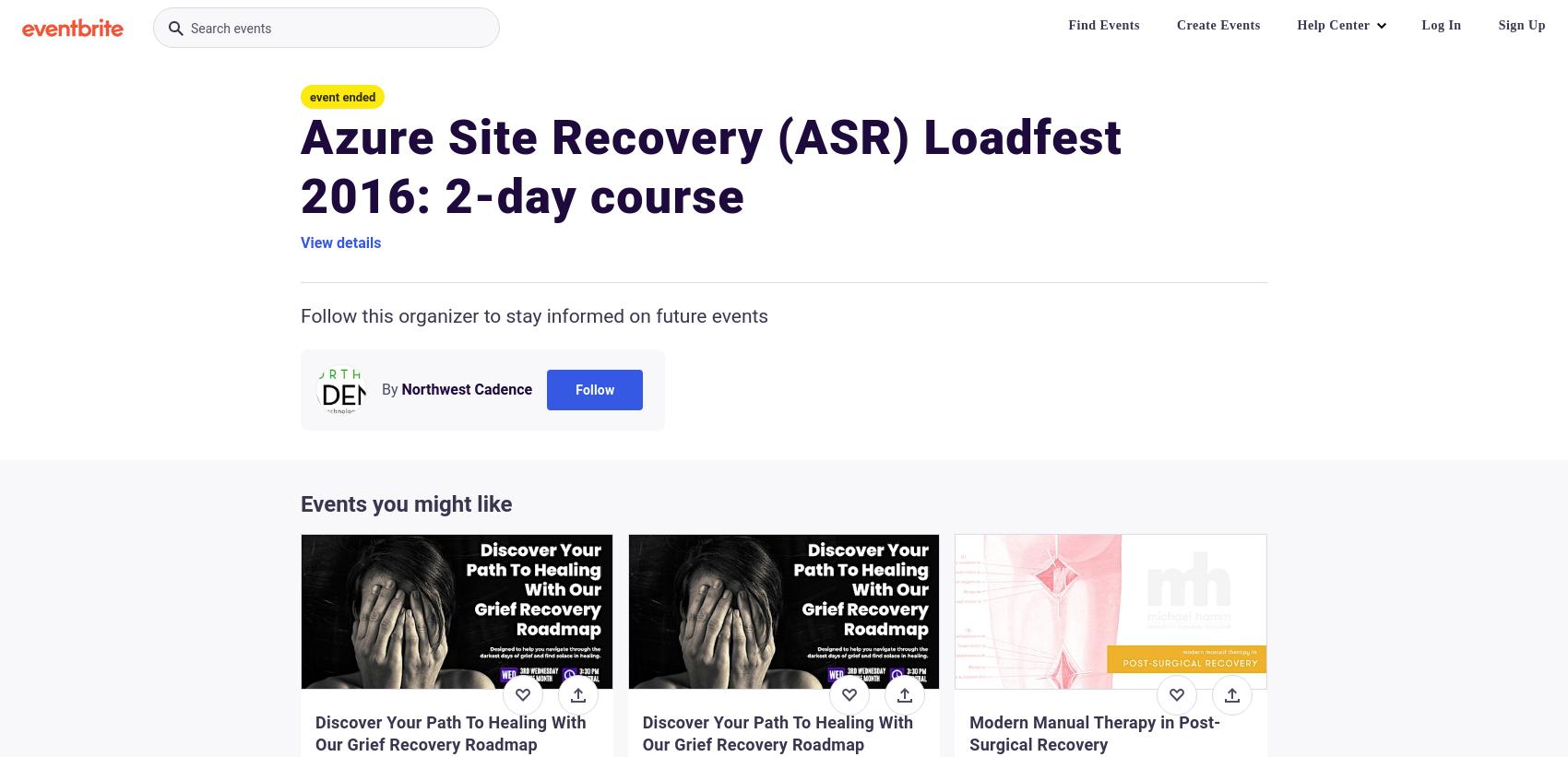  Describe the element at coordinates (339, 242) in the screenshot. I see `'View details'` at that location.